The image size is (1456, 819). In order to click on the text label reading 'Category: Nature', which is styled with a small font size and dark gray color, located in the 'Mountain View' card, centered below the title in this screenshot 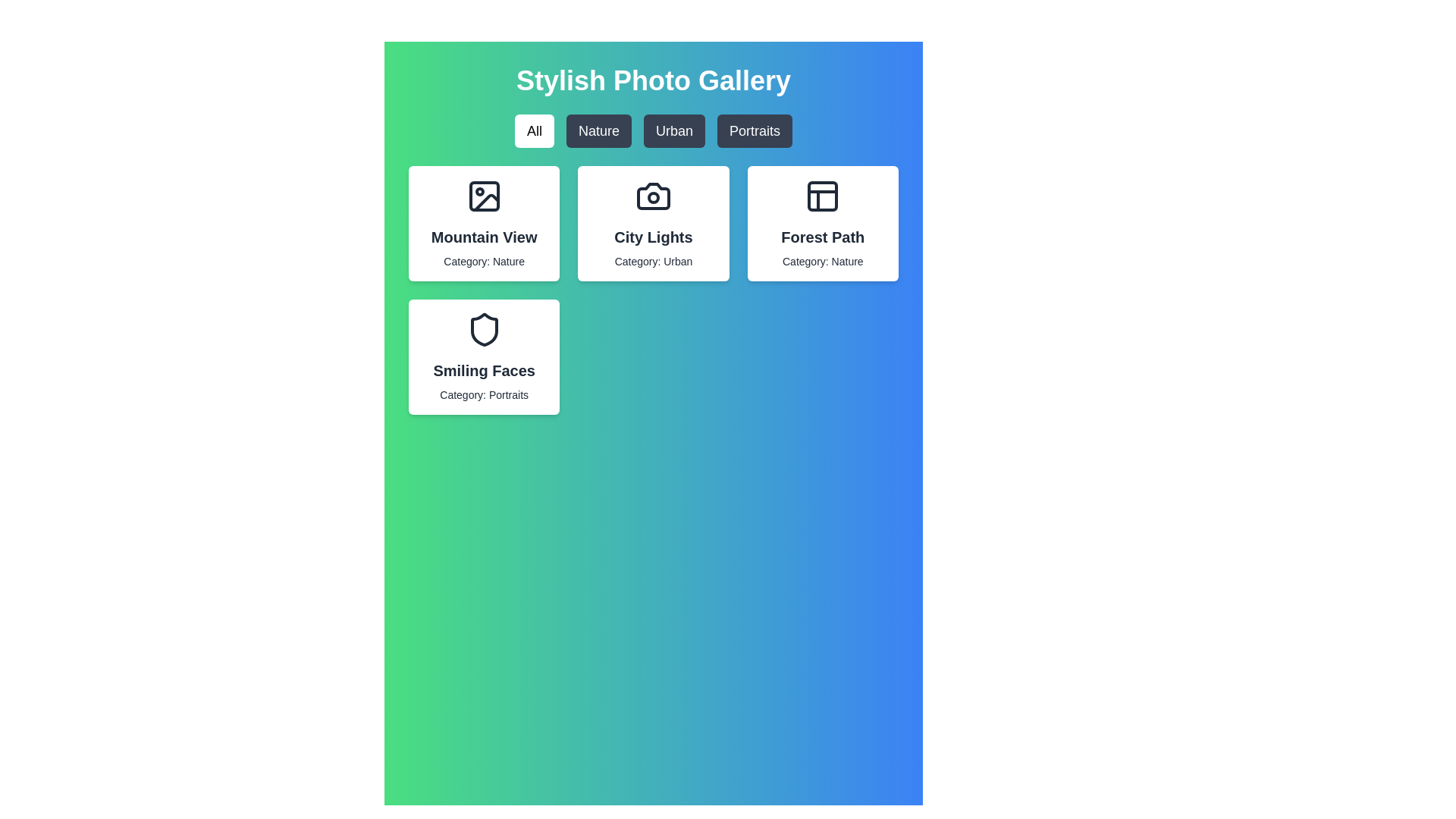, I will do `click(483, 260)`.